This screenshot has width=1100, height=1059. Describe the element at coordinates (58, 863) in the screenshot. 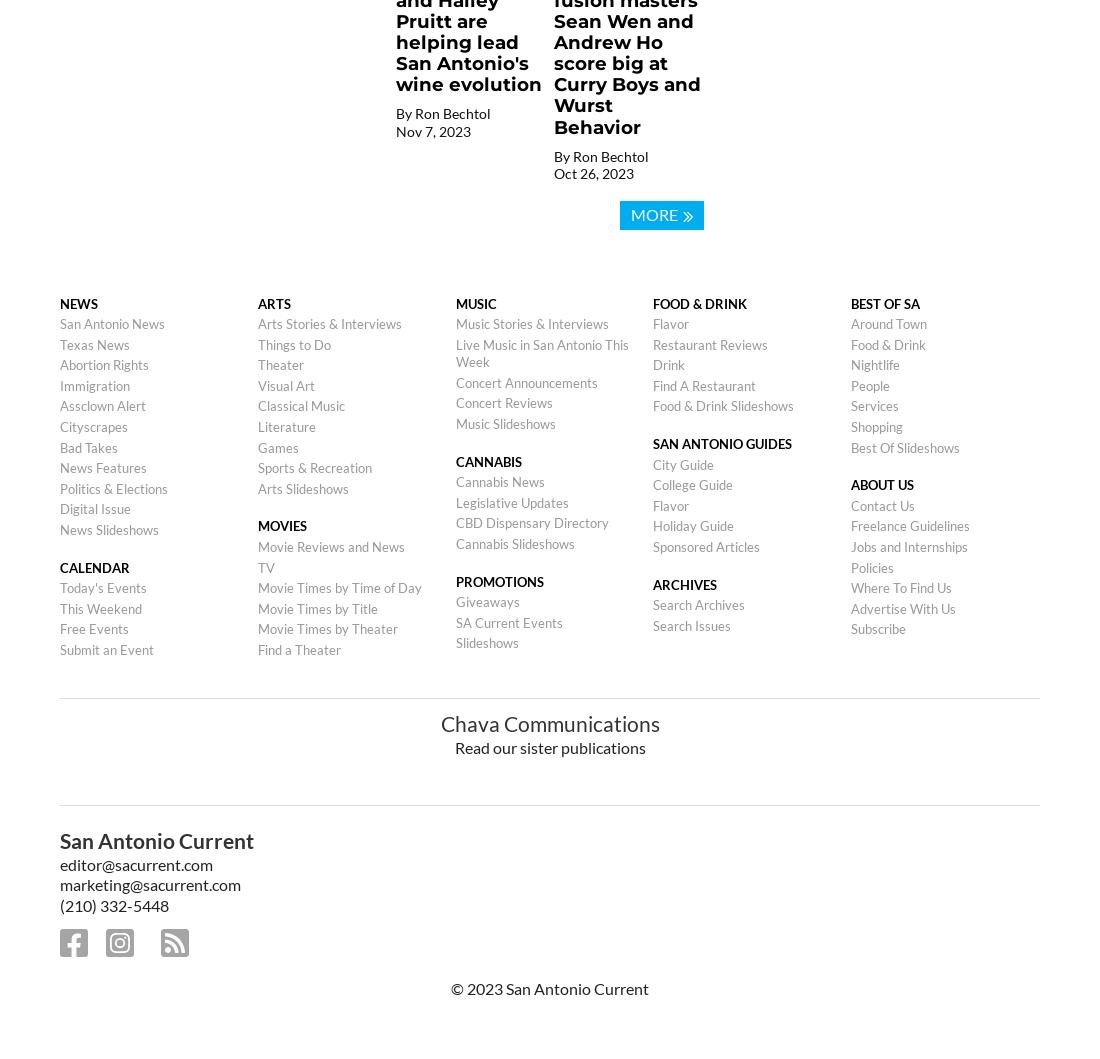

I see `'editor@sacurrent.com'` at that location.